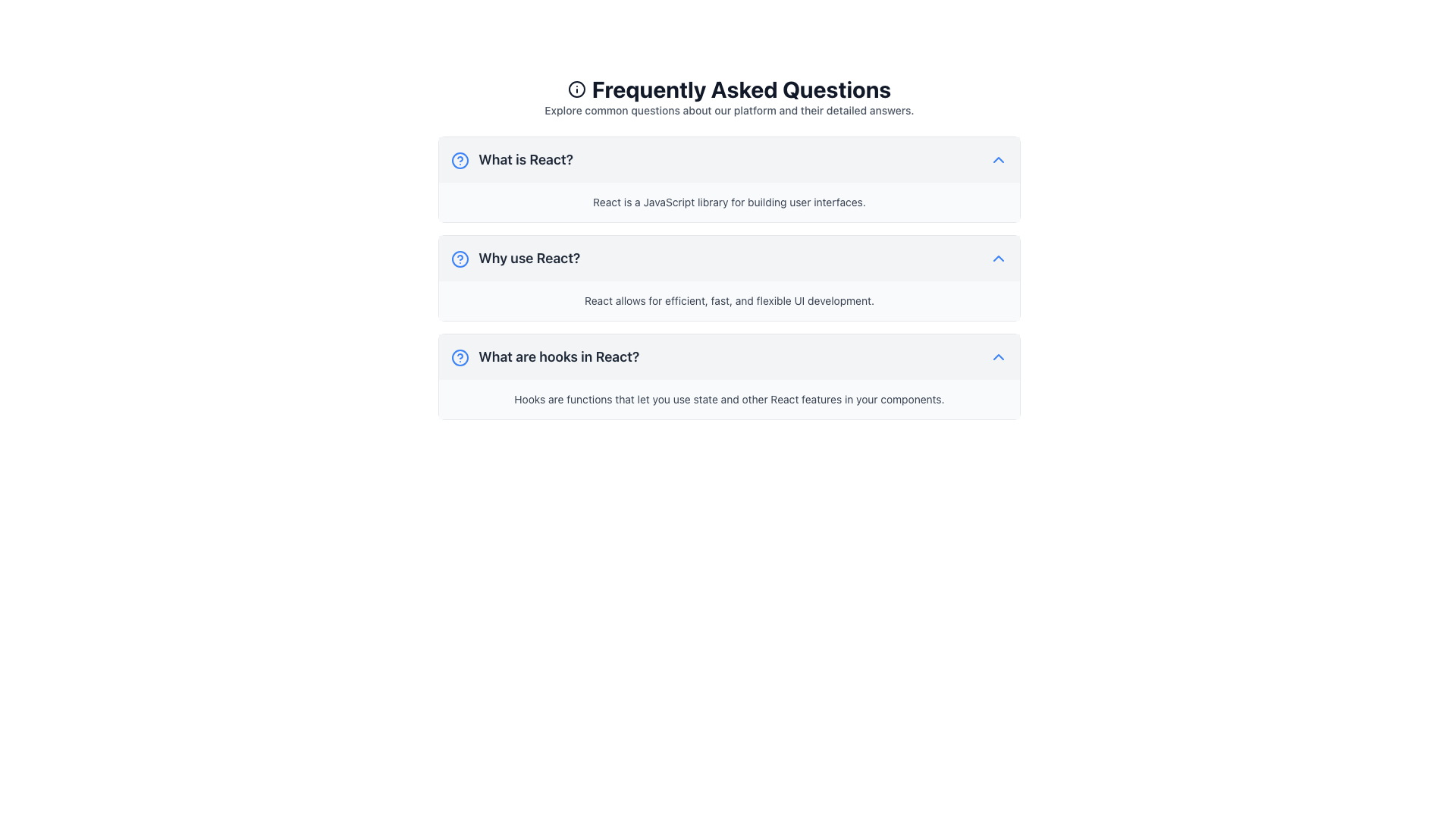  I want to click on the information icon, which is a small circular icon with a black stroke, located to the left of the 'Frequently Asked Questions' text in the heading section, so click(576, 89).